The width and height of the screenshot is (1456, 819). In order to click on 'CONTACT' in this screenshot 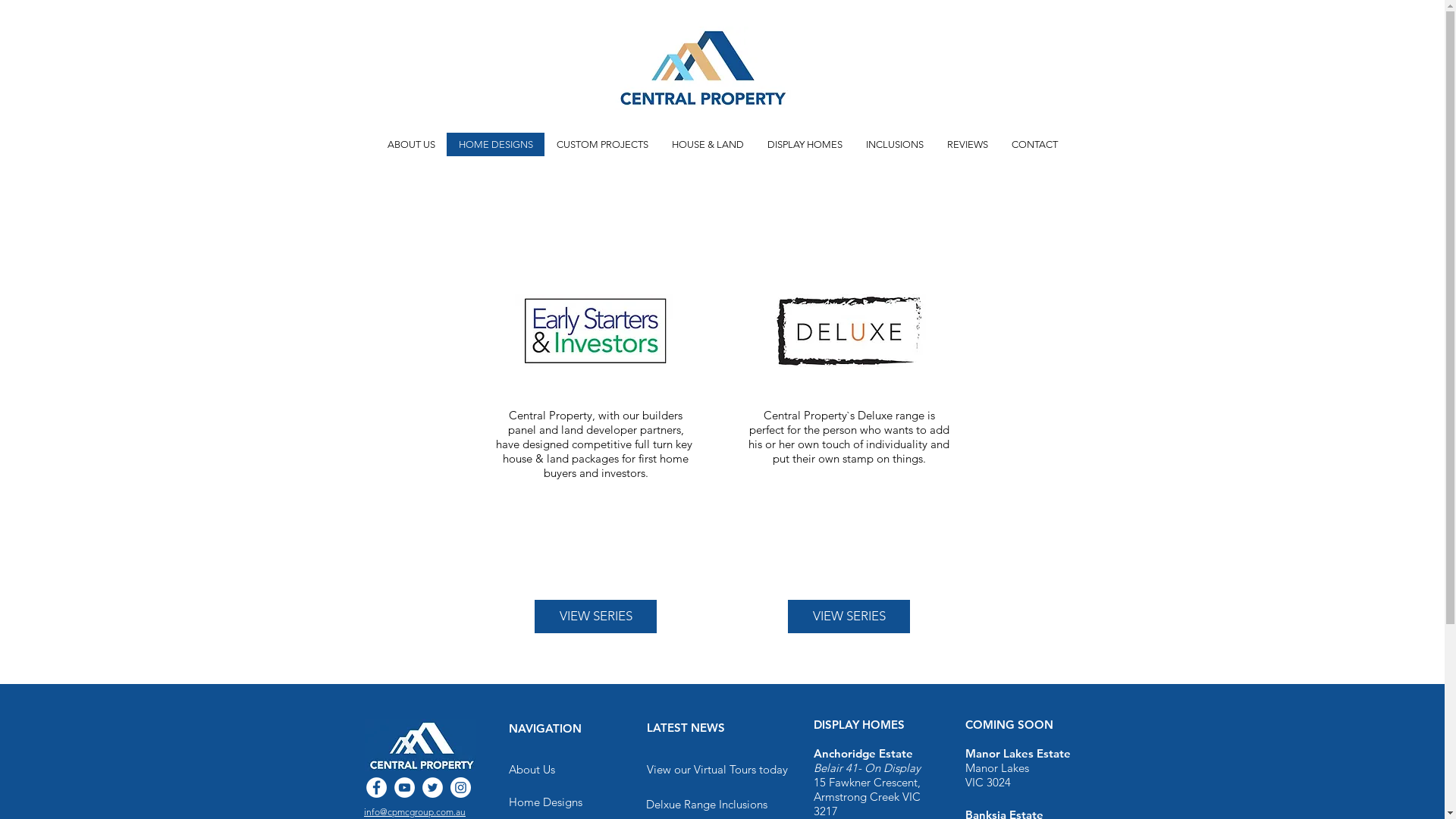, I will do `click(1033, 144)`.